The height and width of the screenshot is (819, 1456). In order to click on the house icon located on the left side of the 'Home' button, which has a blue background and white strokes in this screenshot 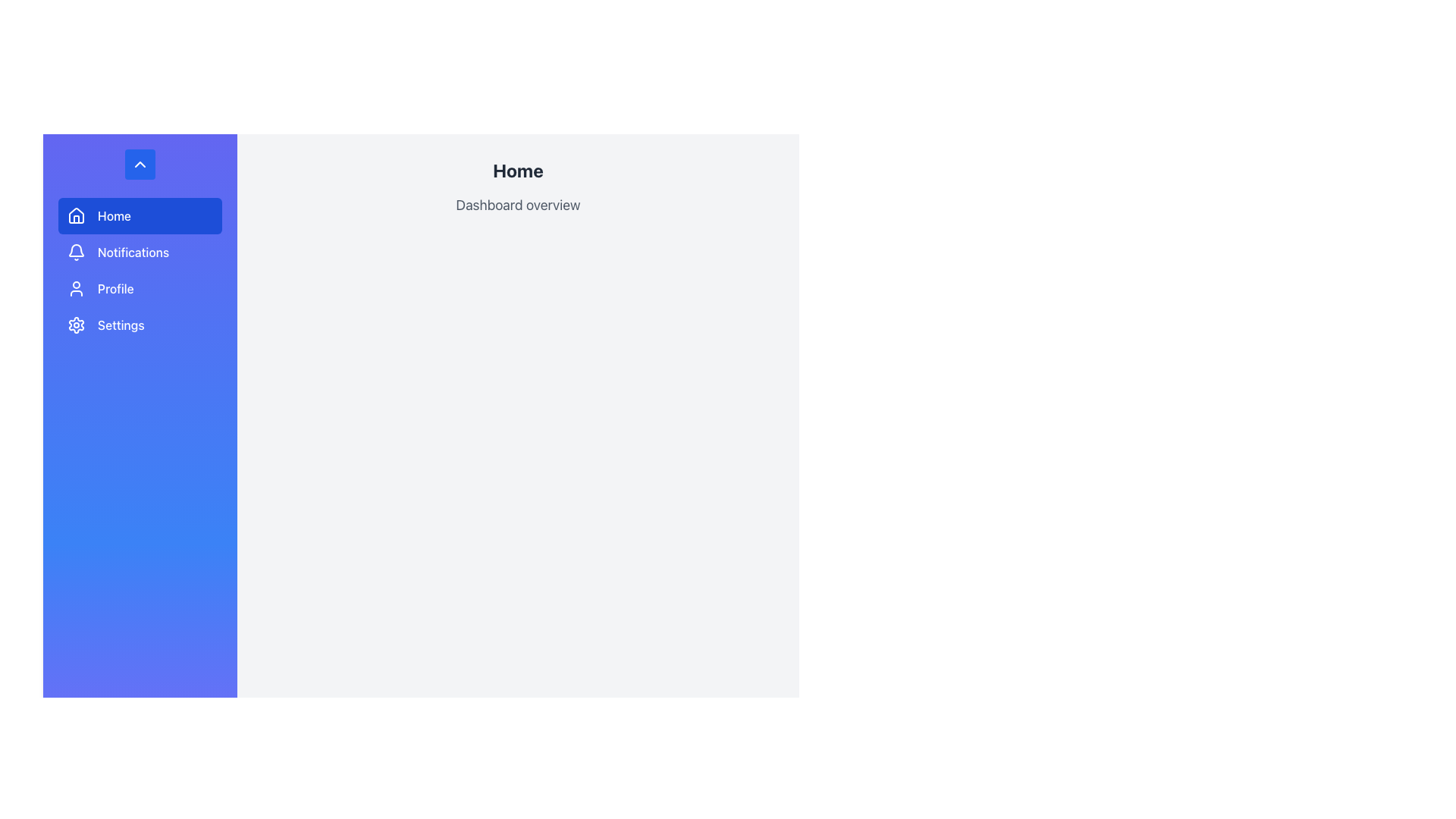, I will do `click(75, 216)`.